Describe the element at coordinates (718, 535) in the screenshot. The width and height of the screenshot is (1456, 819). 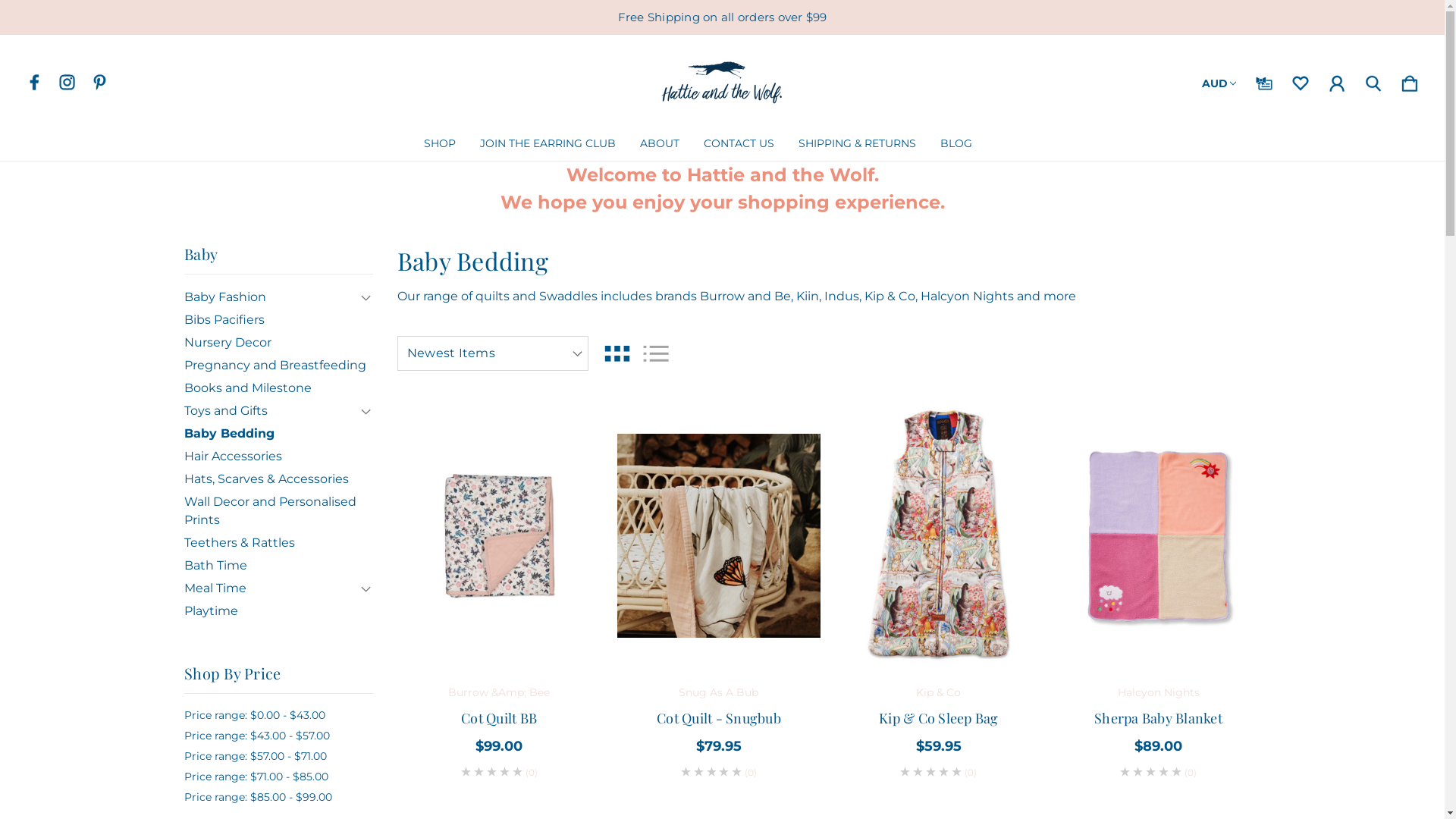
I see `'Cot Quilt - Snugbub'` at that location.